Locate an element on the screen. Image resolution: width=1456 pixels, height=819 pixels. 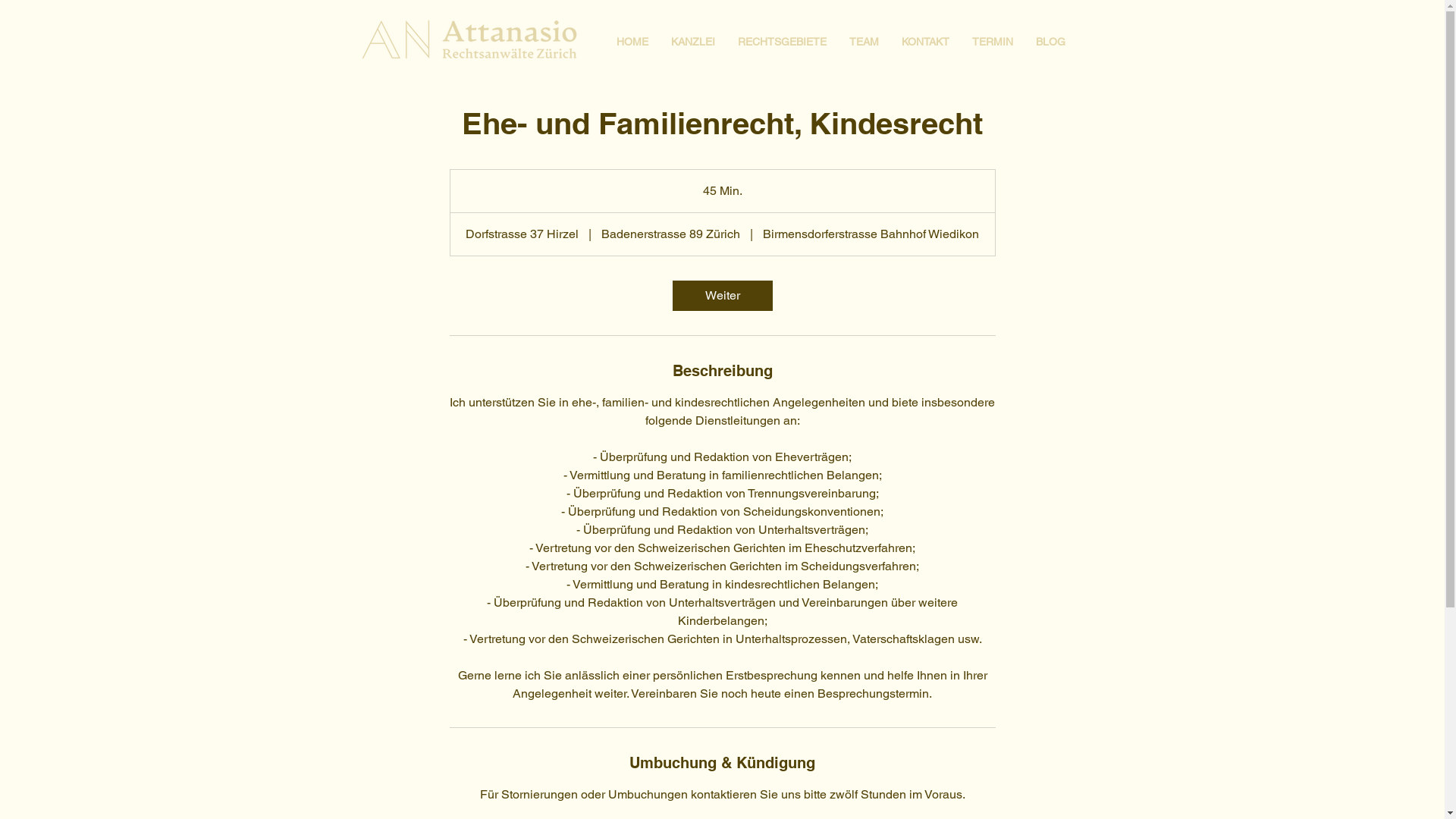
'TERMIN' is located at coordinates (992, 39).